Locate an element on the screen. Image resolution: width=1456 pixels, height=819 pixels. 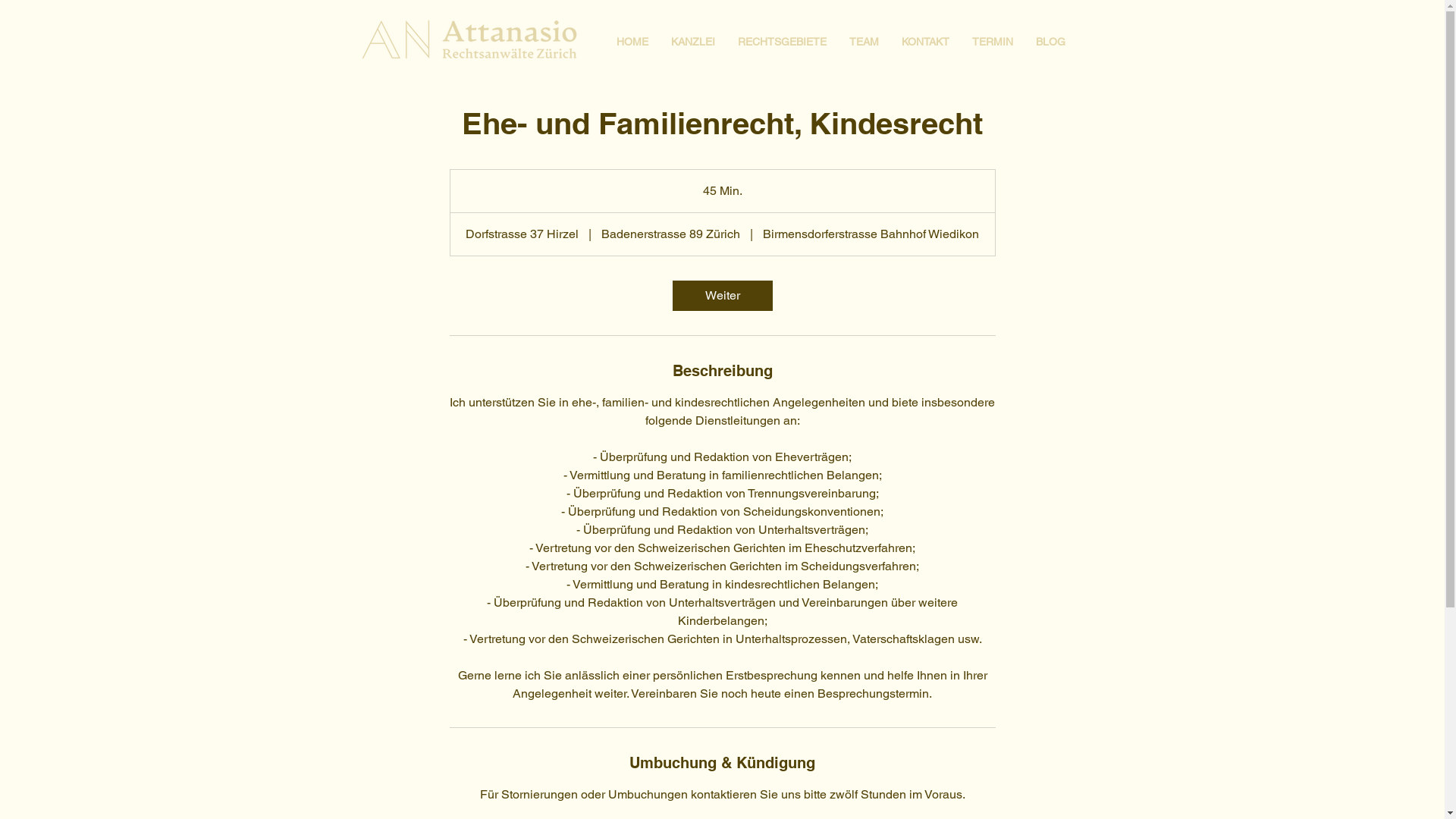
'TERMIN' is located at coordinates (992, 39).